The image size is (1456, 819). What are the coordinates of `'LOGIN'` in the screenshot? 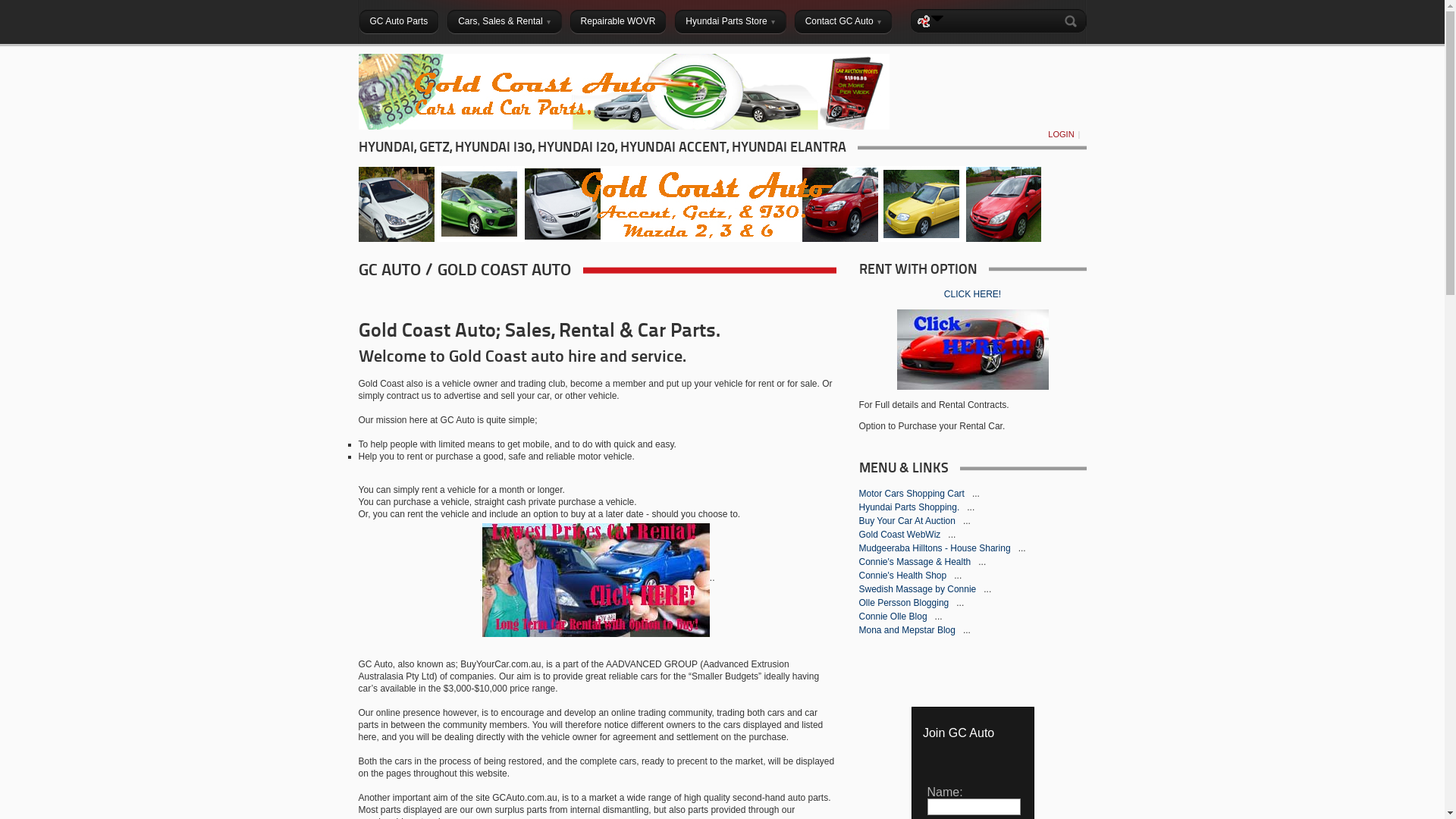 It's located at (1059, 133).